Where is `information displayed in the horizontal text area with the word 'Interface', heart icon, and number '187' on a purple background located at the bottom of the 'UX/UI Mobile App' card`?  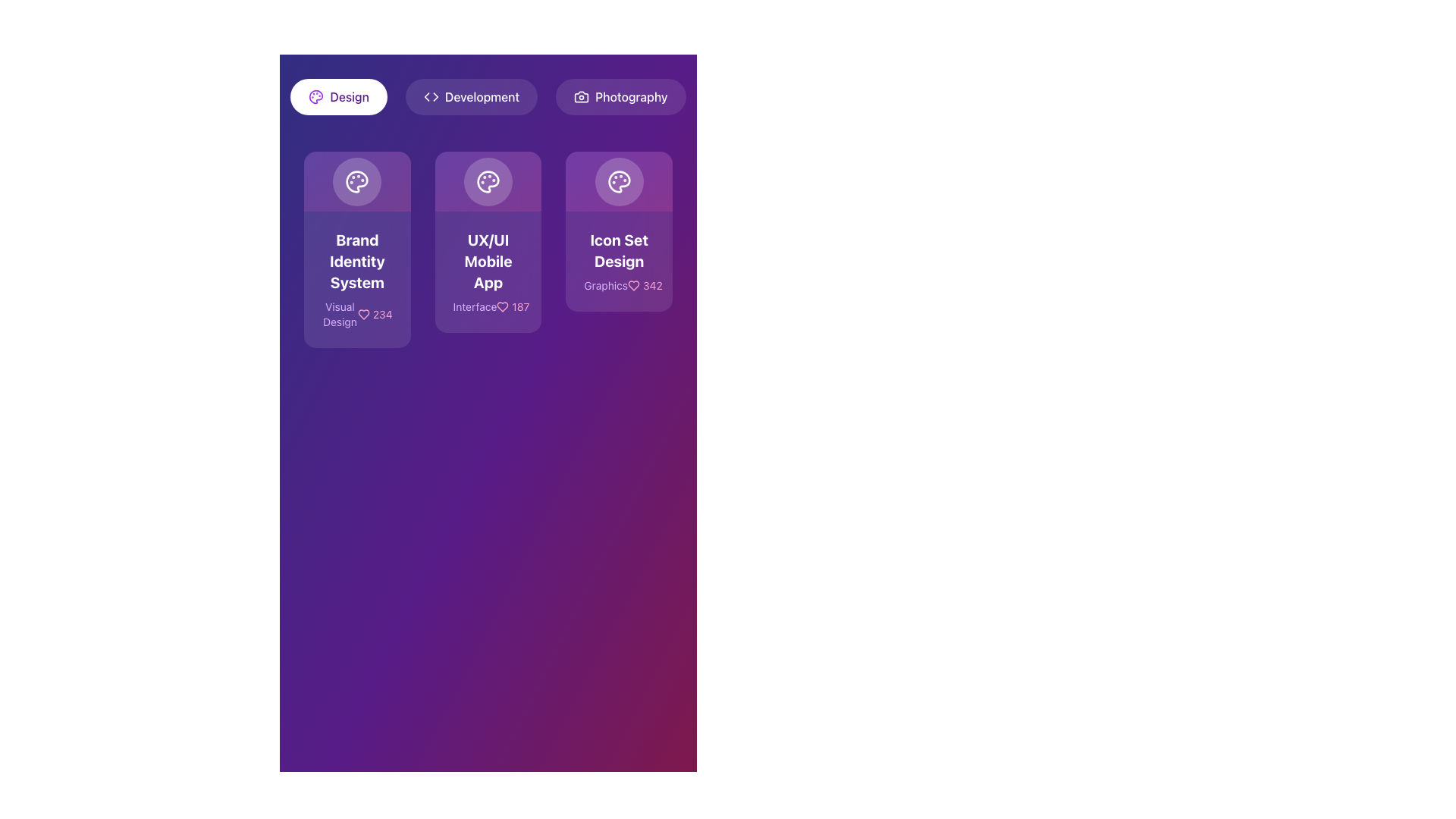 information displayed in the horizontal text area with the word 'Interface', heart icon, and number '187' on a purple background located at the bottom of the 'UX/UI Mobile App' card is located at coordinates (488, 307).